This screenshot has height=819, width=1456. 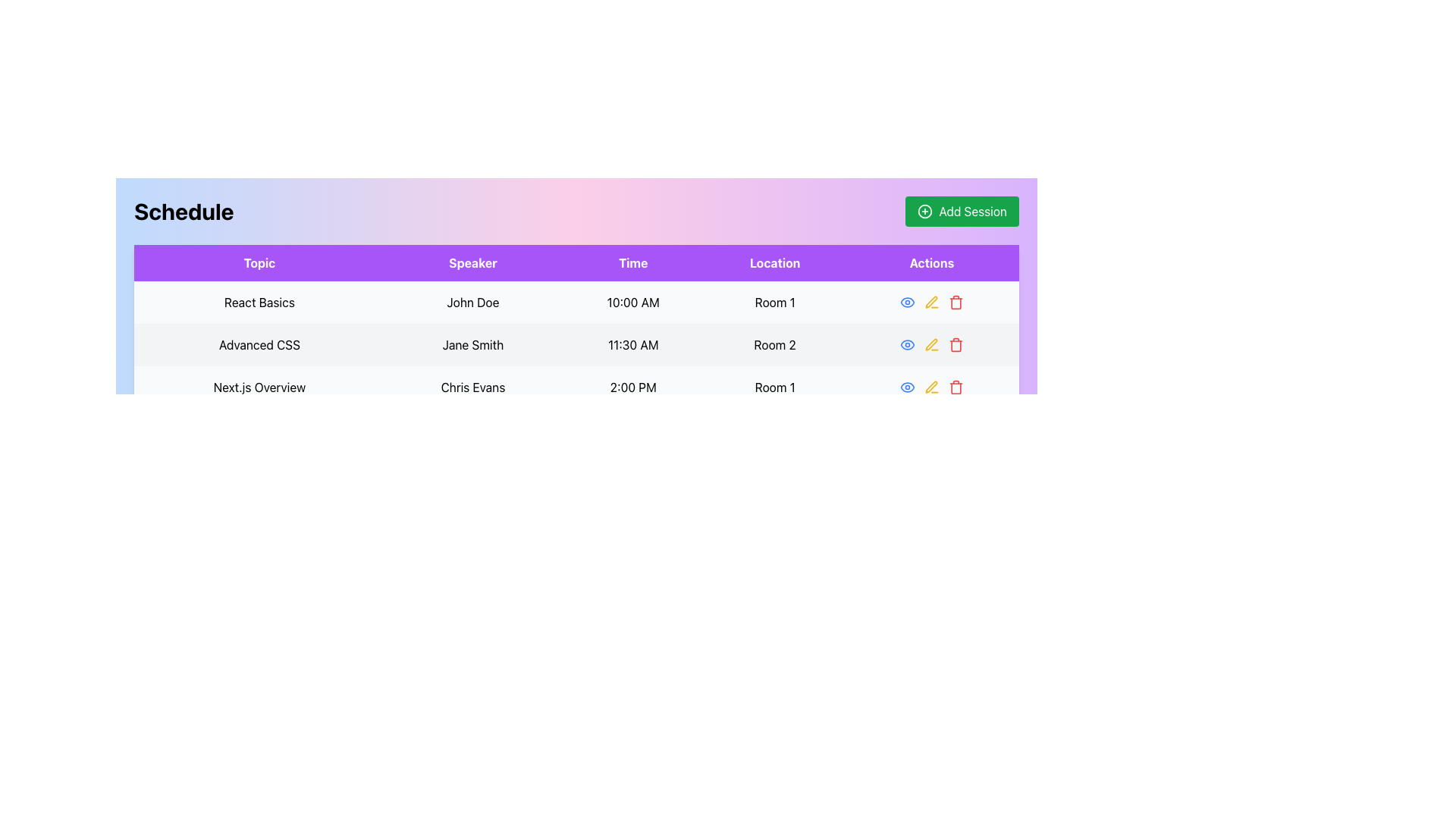 What do you see at coordinates (930, 345) in the screenshot?
I see `the trash can icon in the Action control group for the 'Advanced CSS' row` at bounding box center [930, 345].